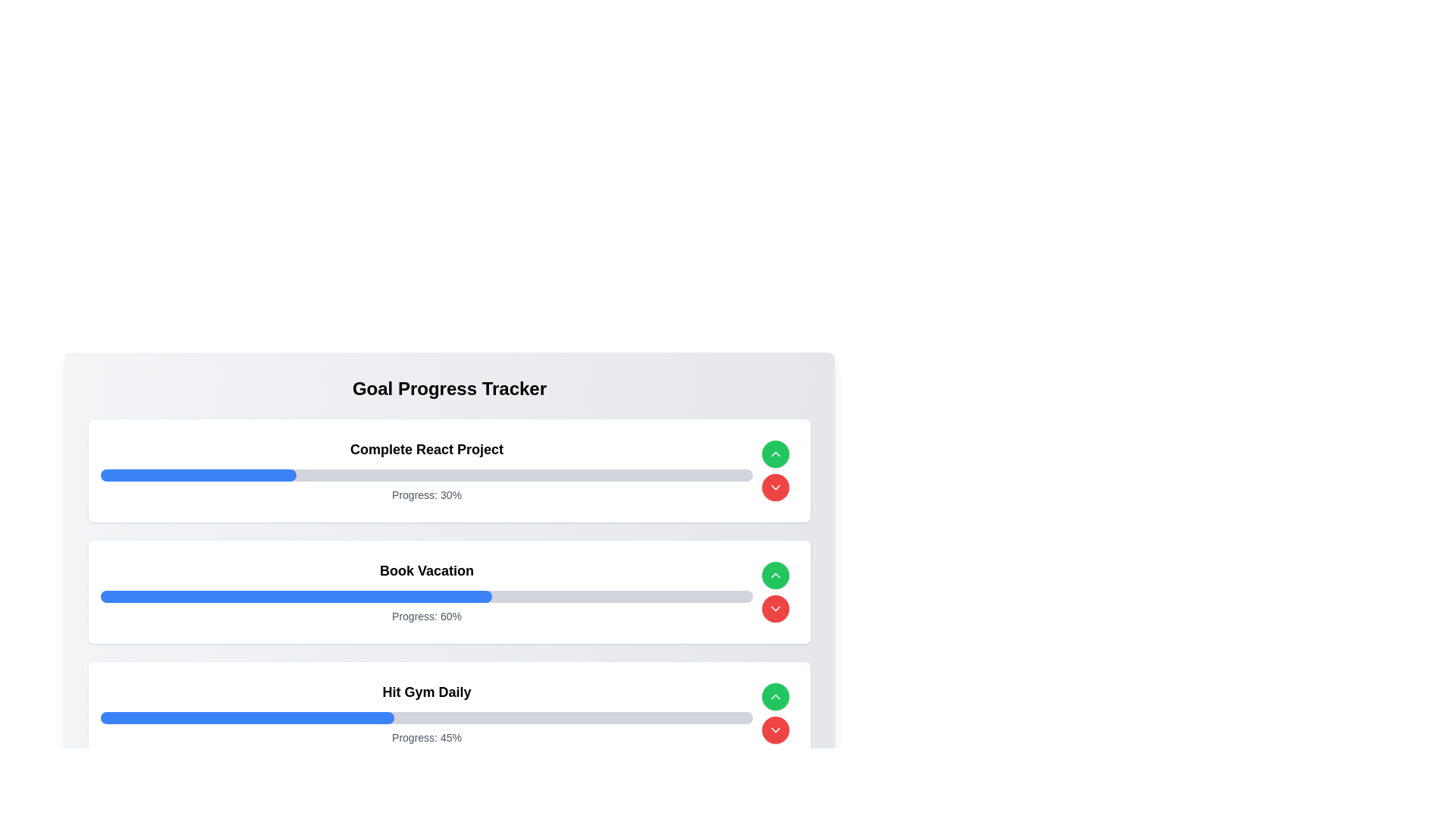 The height and width of the screenshot is (819, 1456). Describe the element at coordinates (425, 617) in the screenshot. I see `the feedback Text label that displays the numerical progress percentage, located below the 'Book Vacation' text and above the 'Hit Gym Daily' section` at that location.